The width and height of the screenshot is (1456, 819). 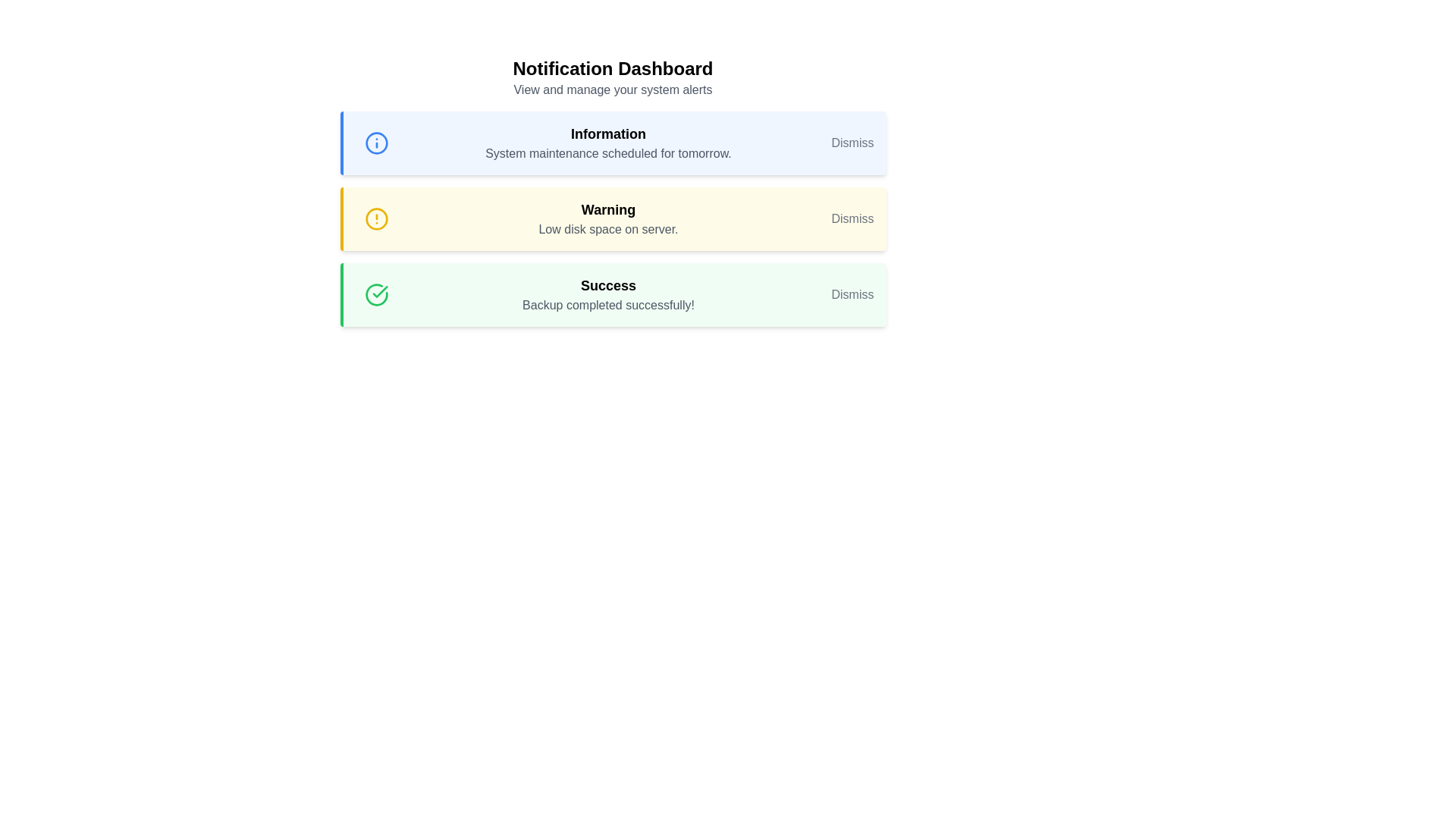 What do you see at coordinates (376, 295) in the screenshot?
I see `the success icon located in the third notification card from the top, which is positioned to the far left of the card labeled 'Success'` at bounding box center [376, 295].